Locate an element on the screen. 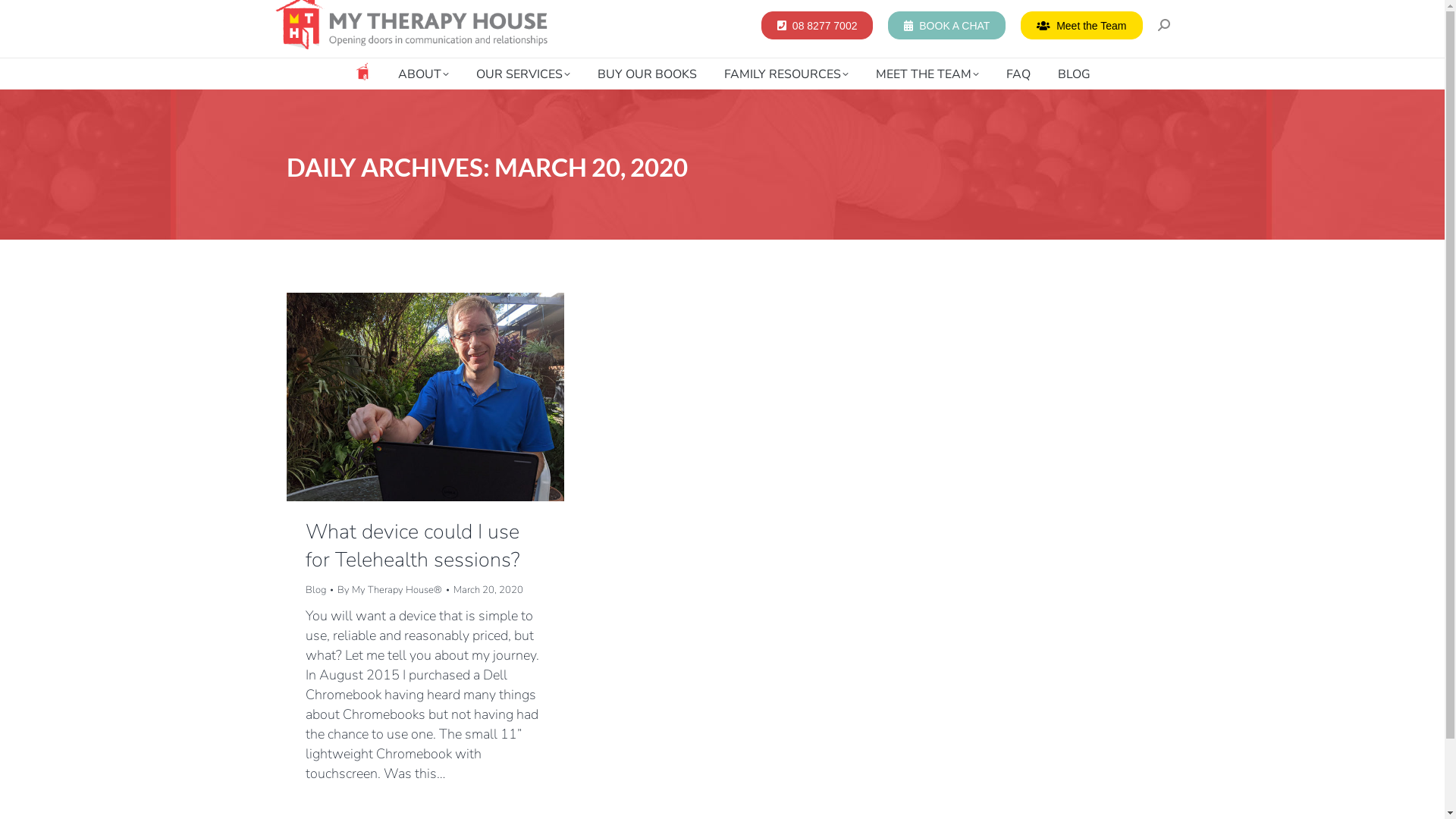  'Go!' is located at coordinates (22, 15).